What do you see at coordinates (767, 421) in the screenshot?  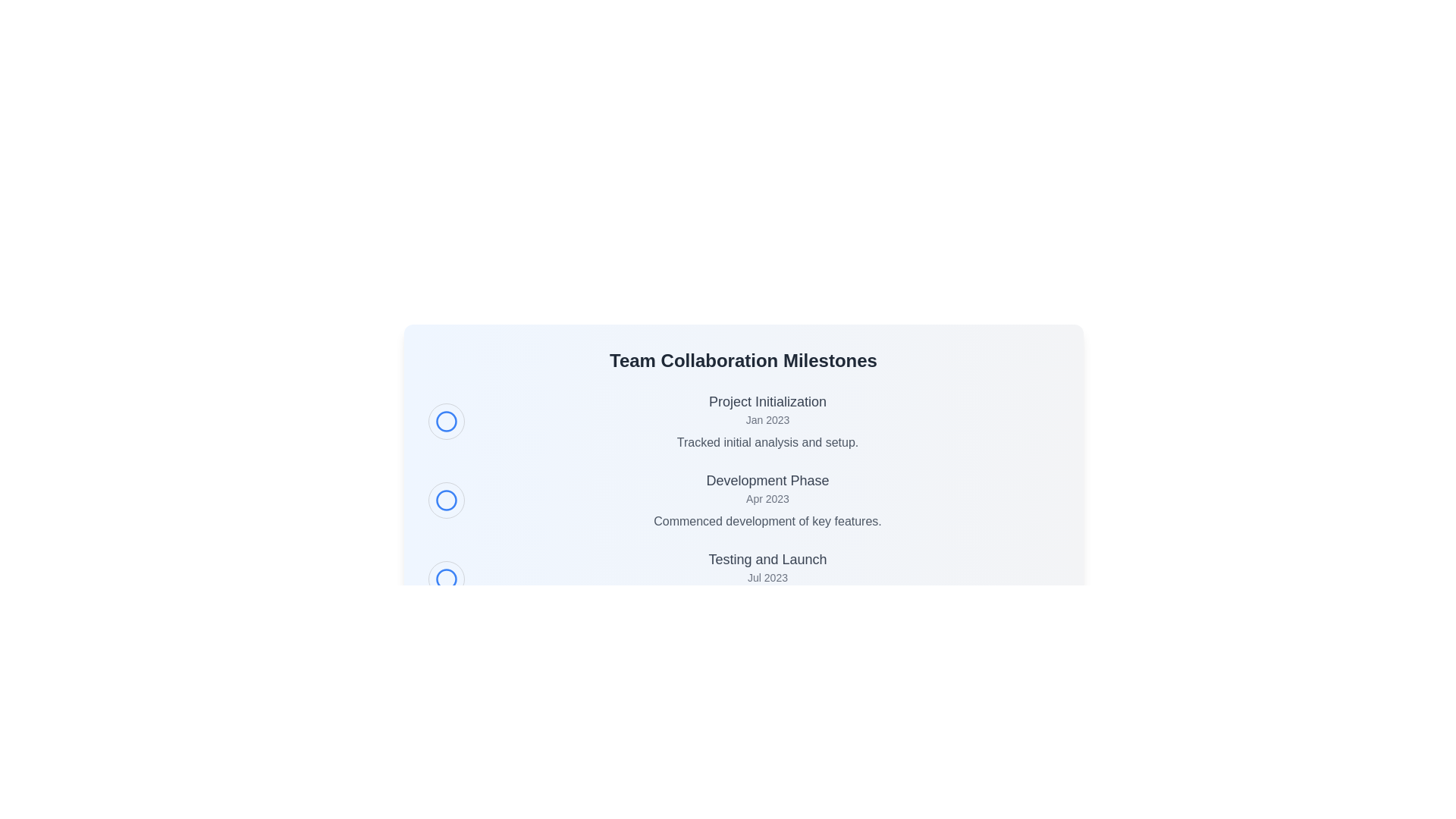 I see `the first milestone entry in the 'Team Collaboration Milestones' list, which provides a title, date, and additional description` at bounding box center [767, 421].